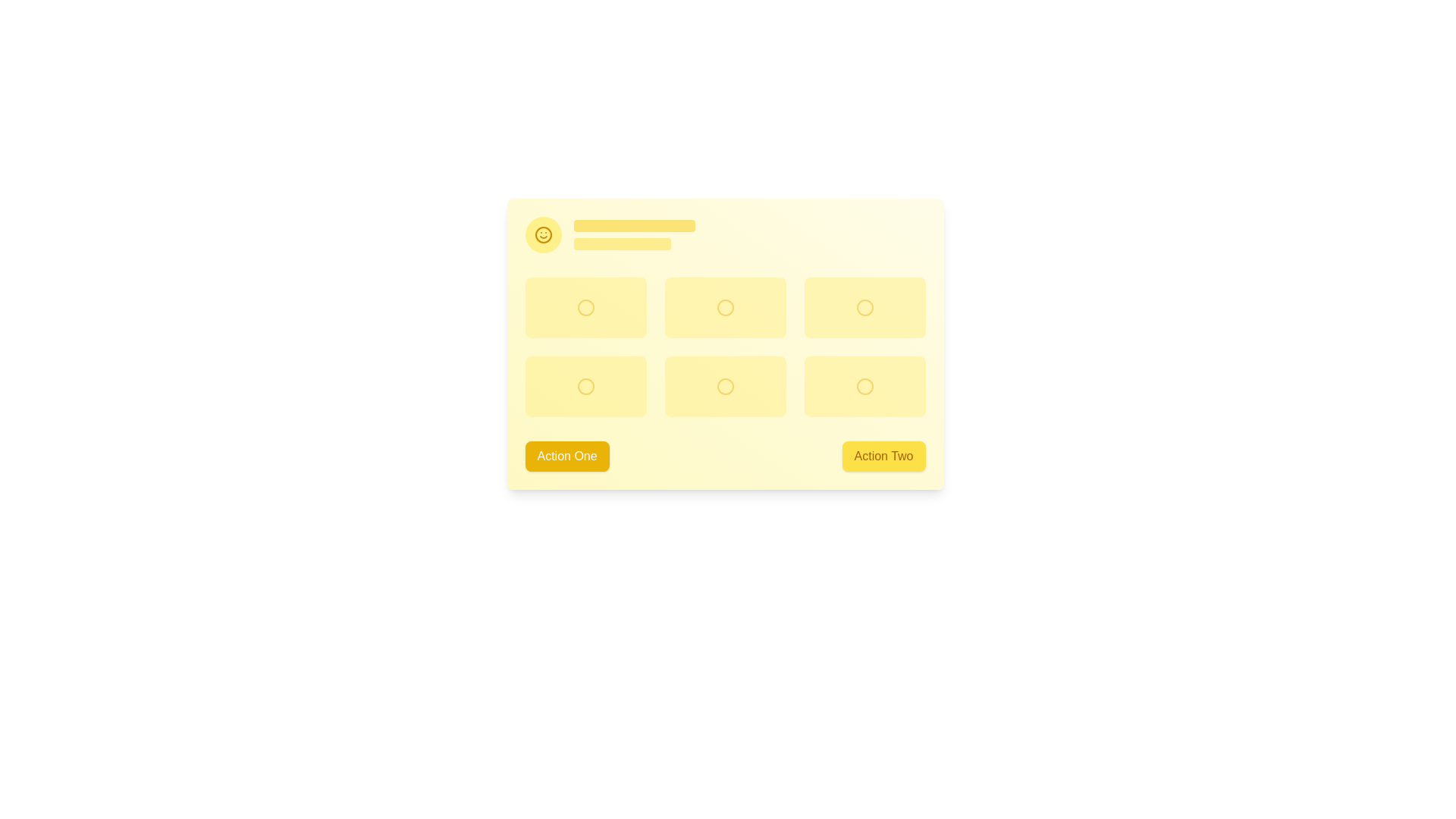 Image resolution: width=1456 pixels, height=819 pixels. Describe the element at coordinates (724, 385) in the screenshot. I see `the rectangular button-like component with a soft yellow background and a centered circular icon` at that location.